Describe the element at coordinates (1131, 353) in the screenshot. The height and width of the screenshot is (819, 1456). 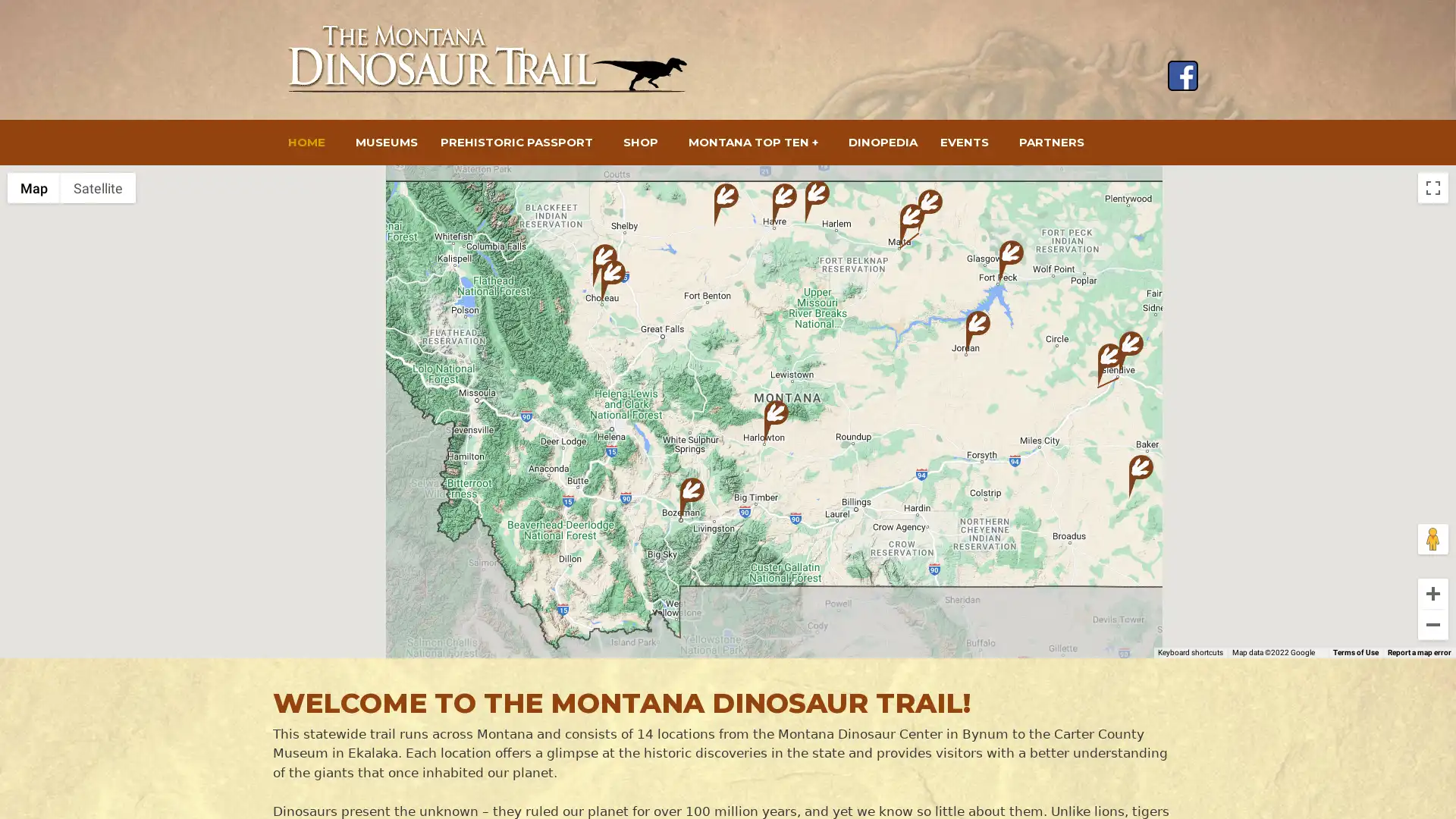
I see `Frontier Gateway Museum` at that location.